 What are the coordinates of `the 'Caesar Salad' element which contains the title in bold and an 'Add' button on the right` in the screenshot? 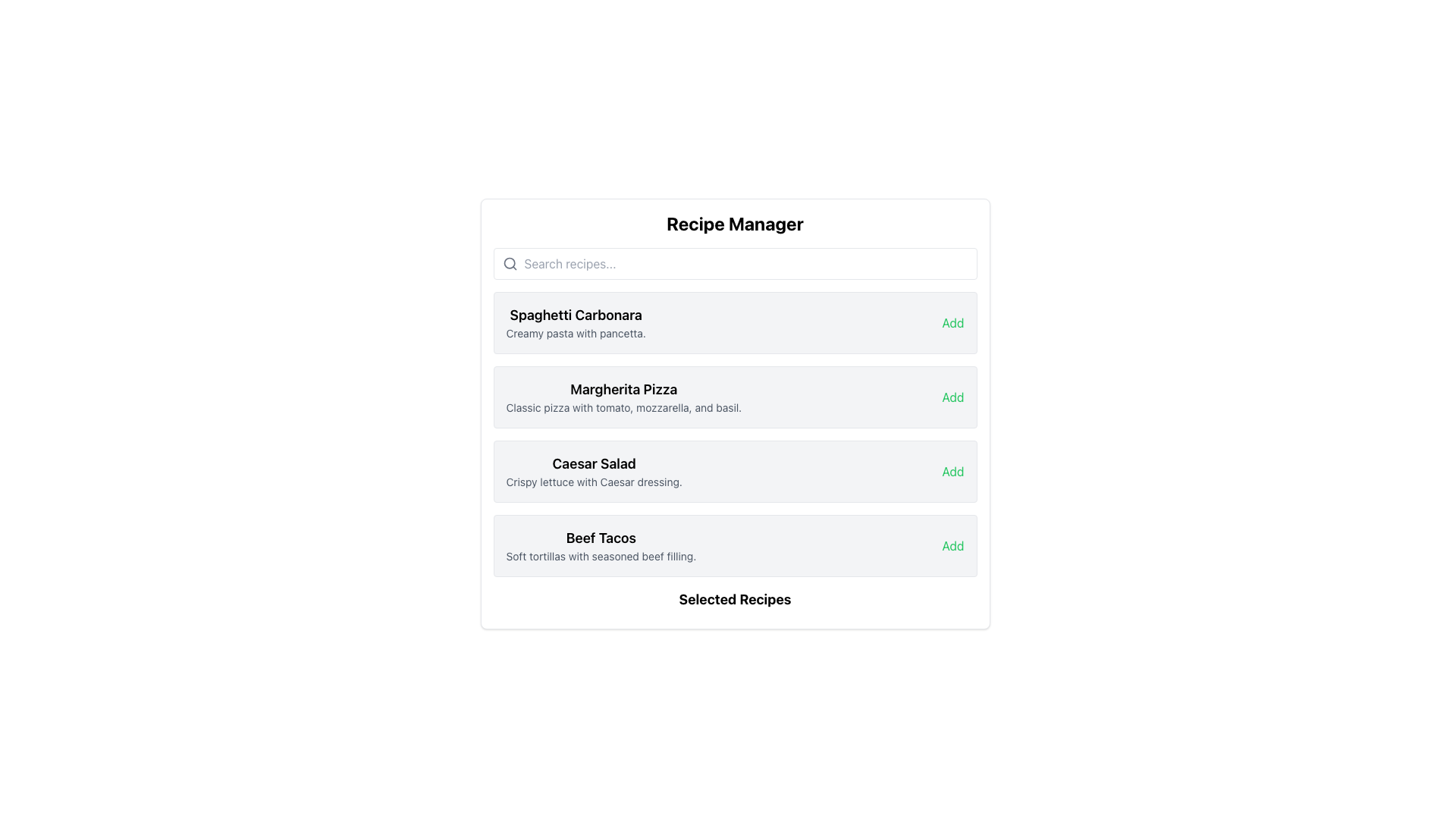 It's located at (735, 470).